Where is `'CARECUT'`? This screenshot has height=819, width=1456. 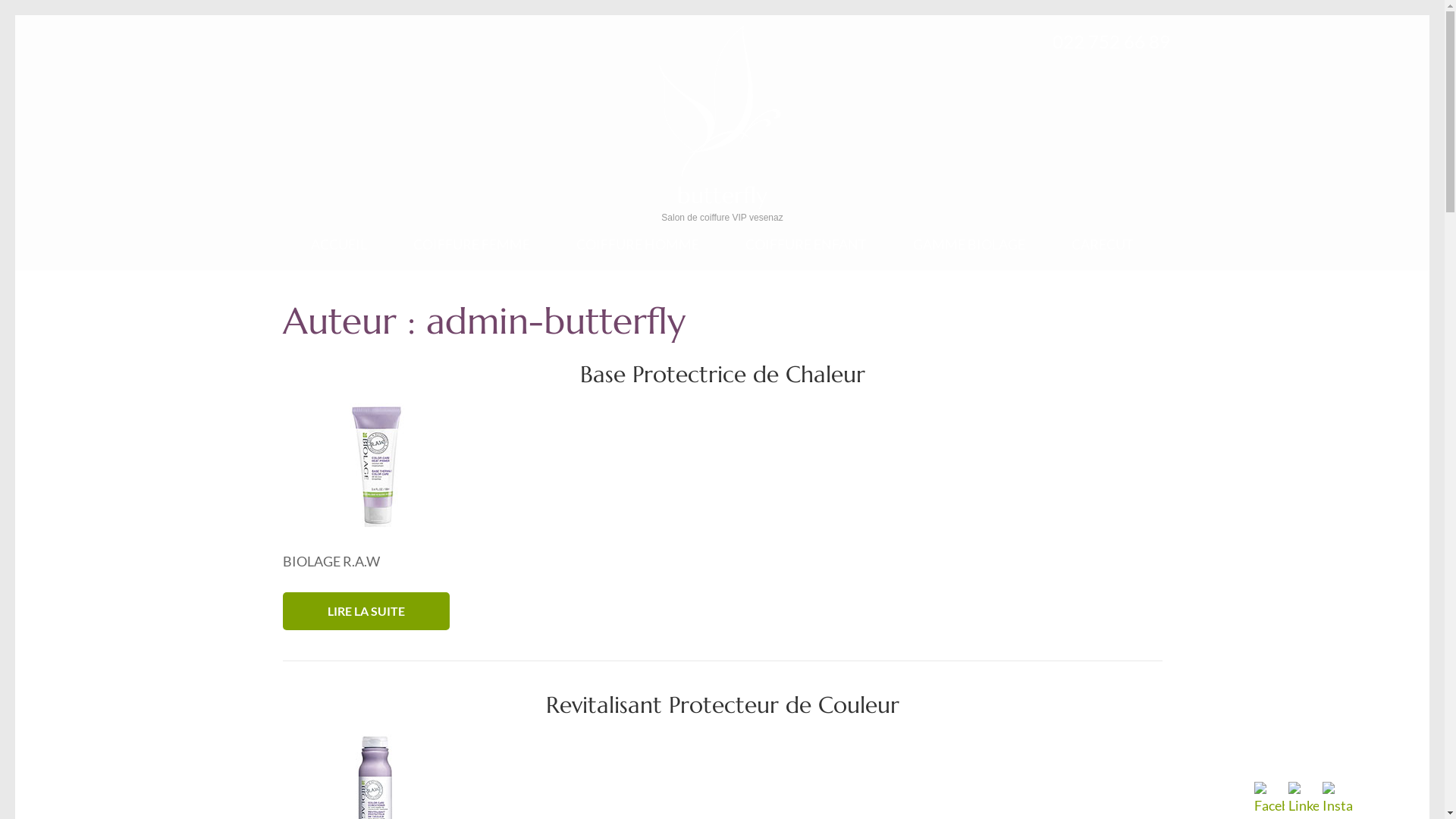
'CARECUT' is located at coordinates (1103, 253).